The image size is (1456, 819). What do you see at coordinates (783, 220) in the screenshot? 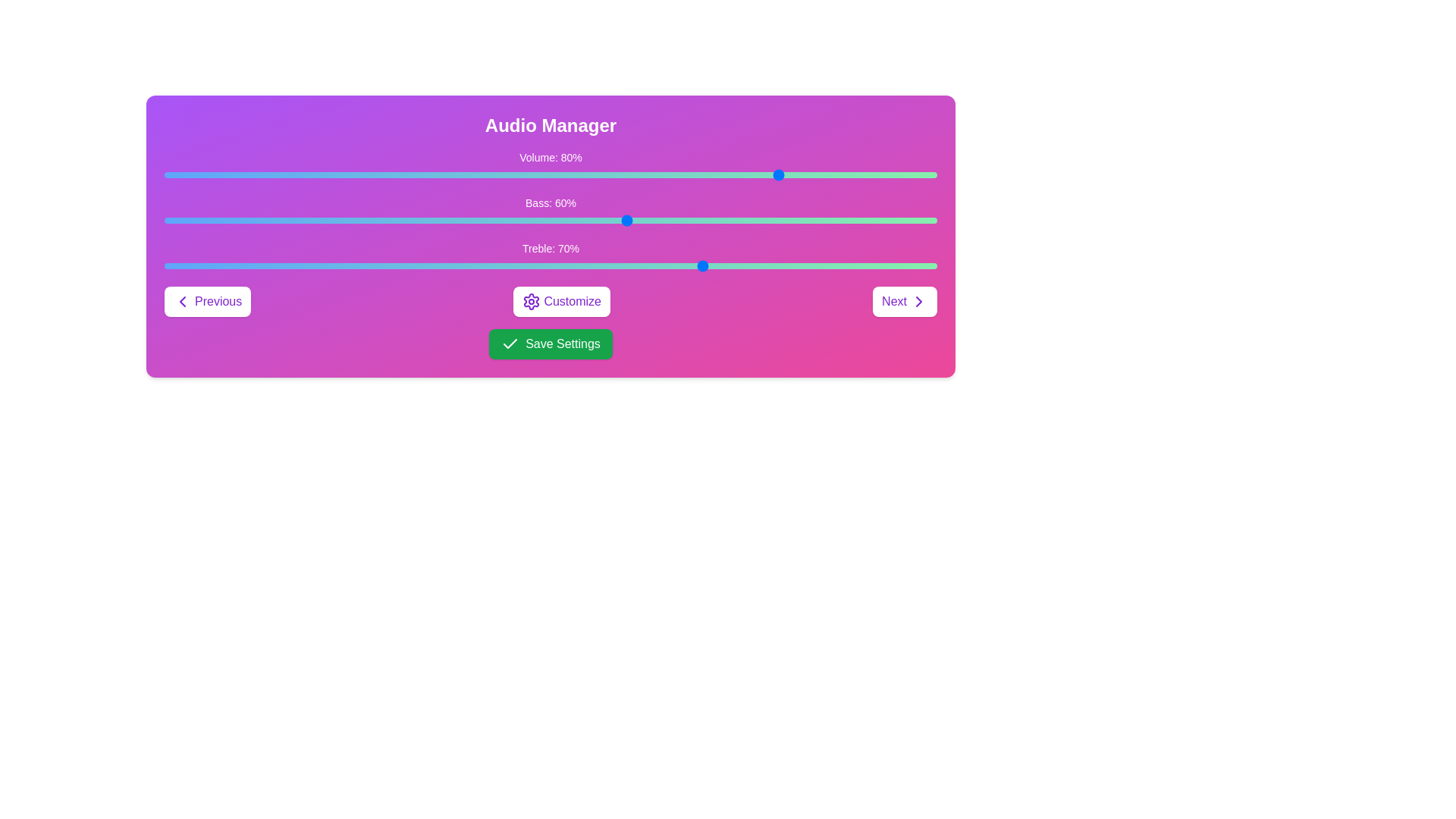
I see `bass level` at bounding box center [783, 220].